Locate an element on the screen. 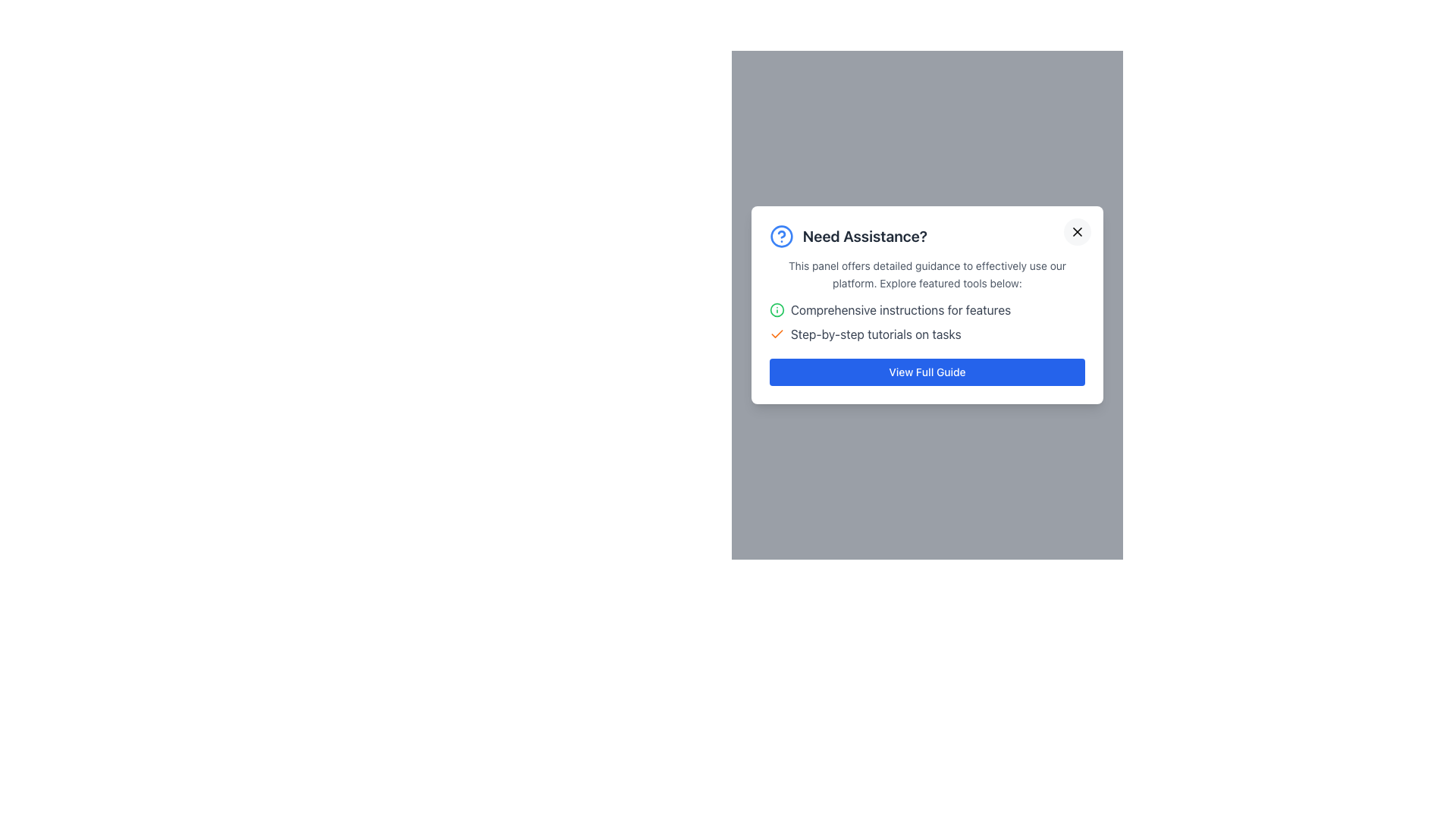 Image resolution: width=1456 pixels, height=819 pixels. the circular button with a gray background and an 'X' icon in the center located in the top-right corner of the 'Need Assistance?' panel is located at coordinates (1077, 231).